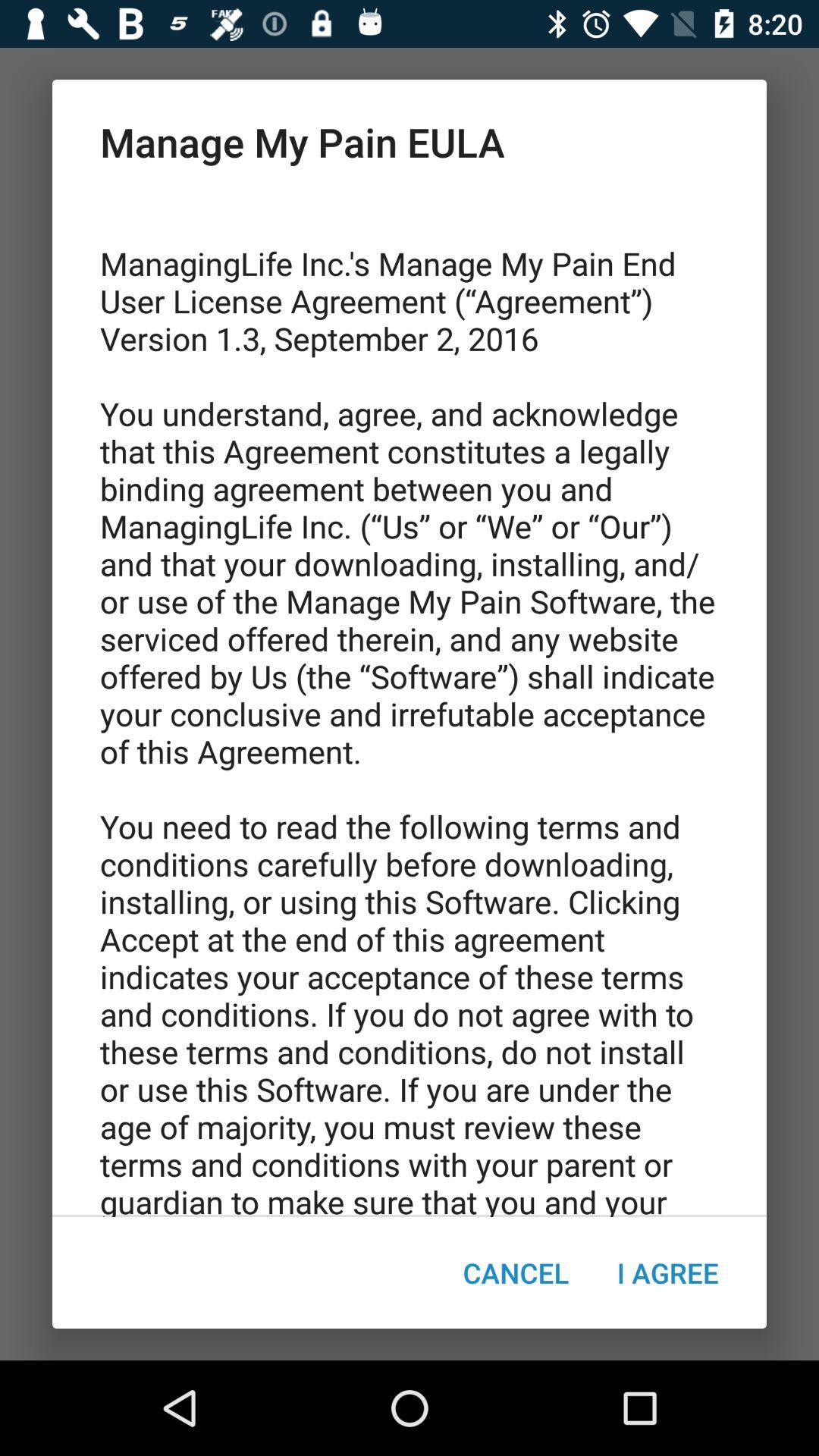  What do you see at coordinates (515, 1272) in the screenshot?
I see `the button to the left of i agree` at bounding box center [515, 1272].